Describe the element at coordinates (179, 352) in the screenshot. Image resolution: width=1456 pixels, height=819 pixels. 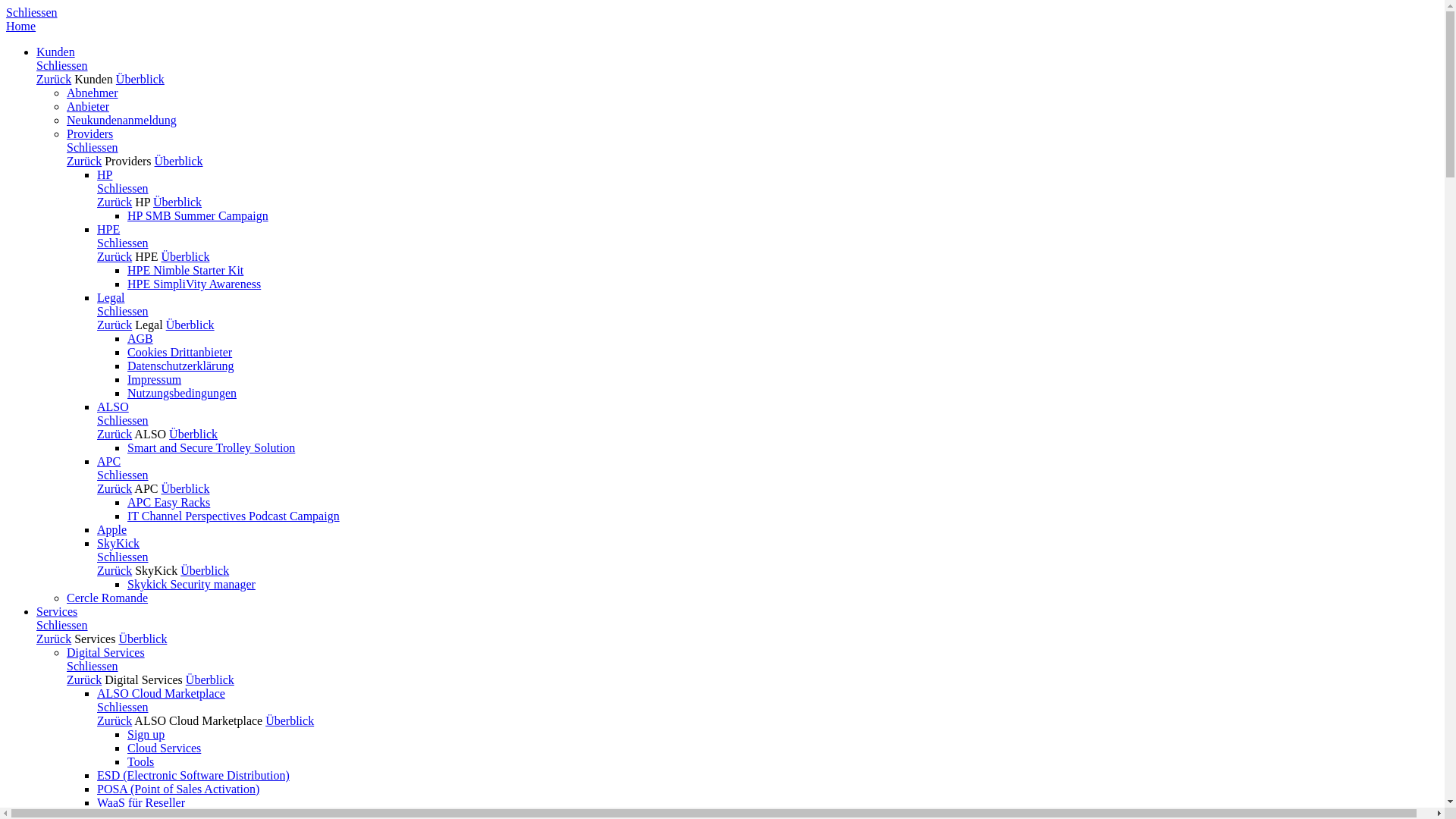
I see `'Cookies Drittanbieter'` at that location.